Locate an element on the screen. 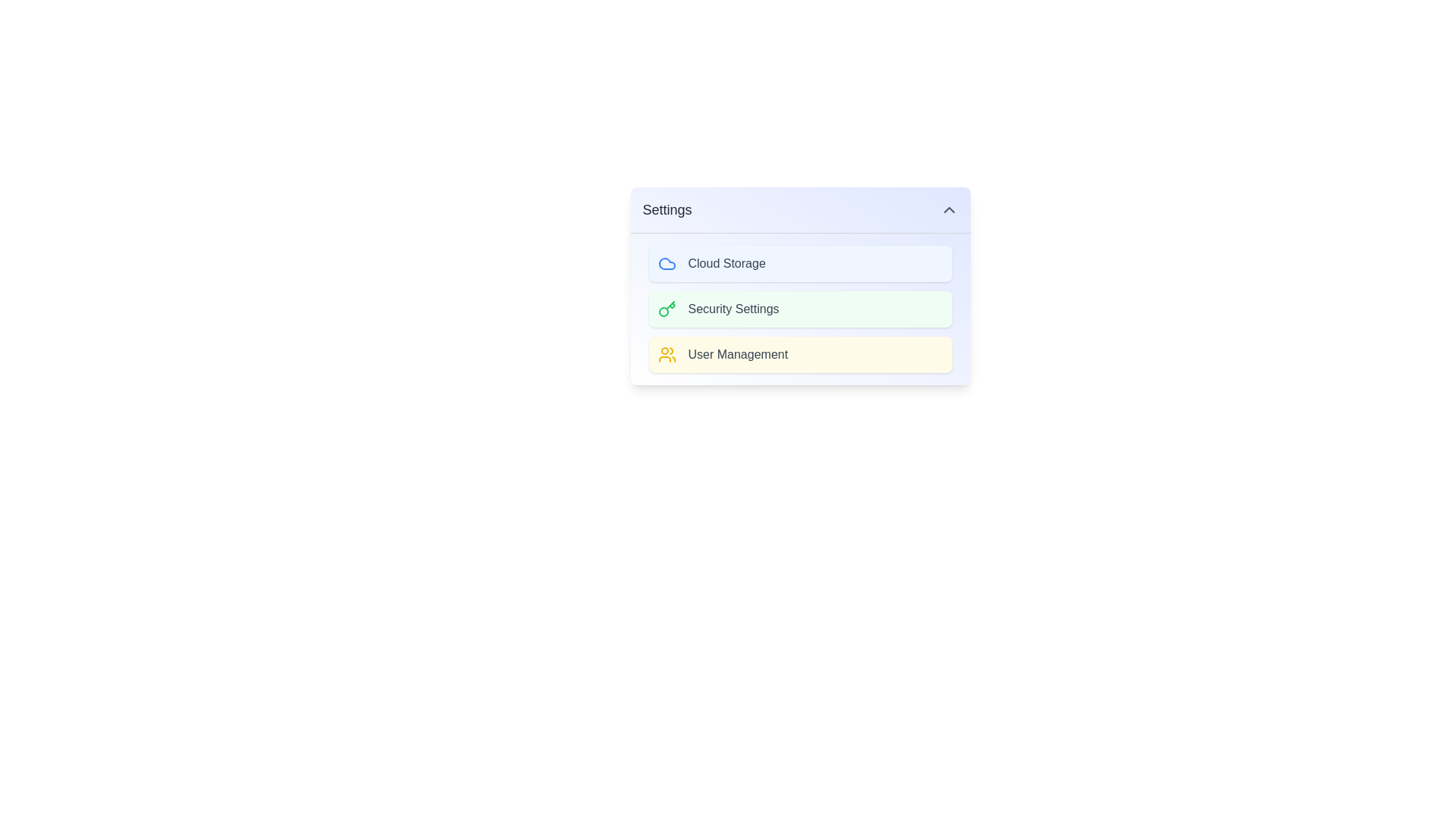 The width and height of the screenshot is (1456, 819). the visual representation of the green arrow-shaped line segment of the key icon located on the left side of the 'Security Settings' option in the Settings panel is located at coordinates (669, 305).